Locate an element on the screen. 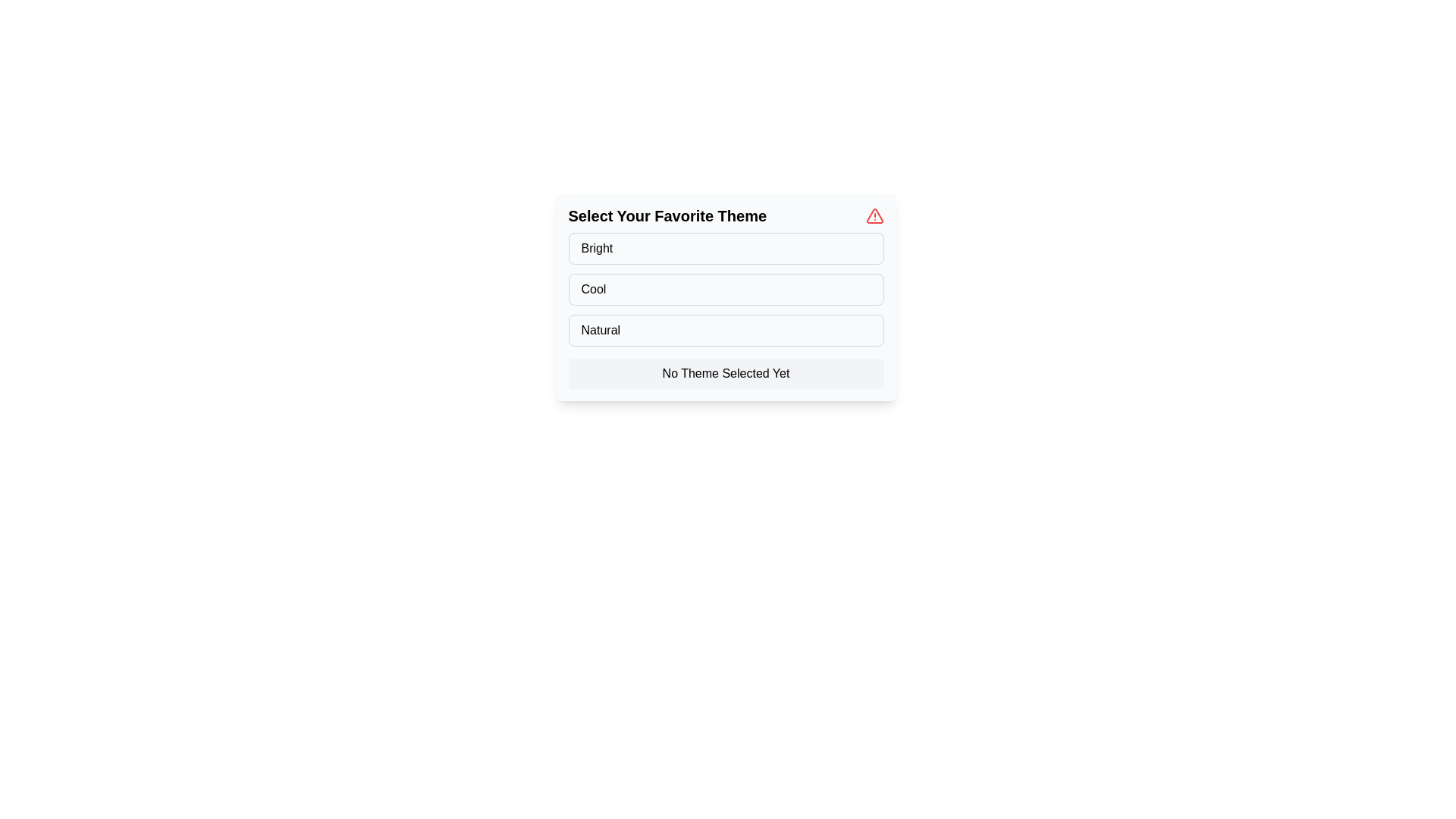 This screenshot has width=1456, height=819. the text label displaying the theme name 'Bright', which is the first option under 'Select Your Favorite Theme' is located at coordinates (596, 247).